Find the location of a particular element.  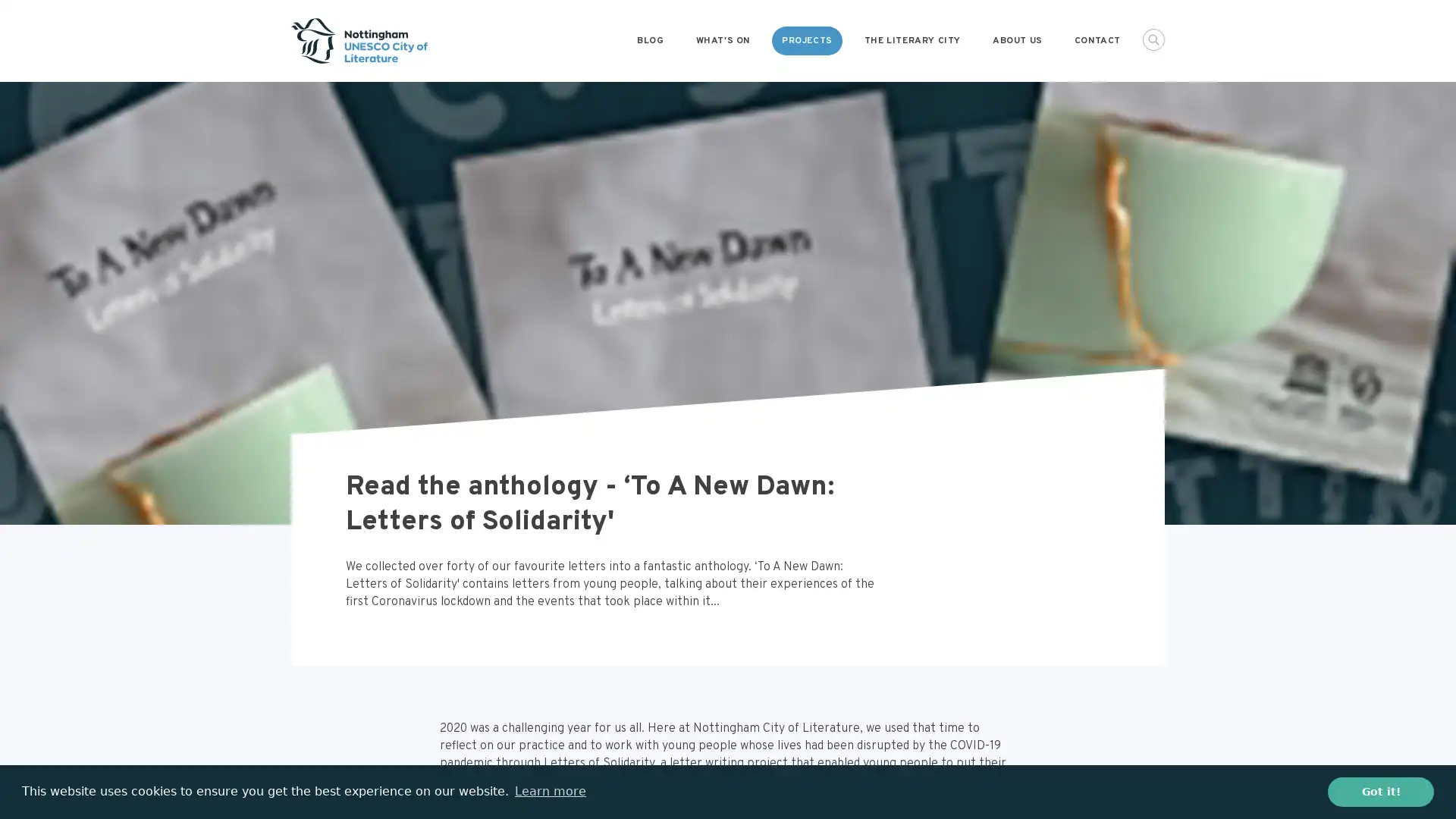

learn more about cookies is located at coordinates (549, 791).